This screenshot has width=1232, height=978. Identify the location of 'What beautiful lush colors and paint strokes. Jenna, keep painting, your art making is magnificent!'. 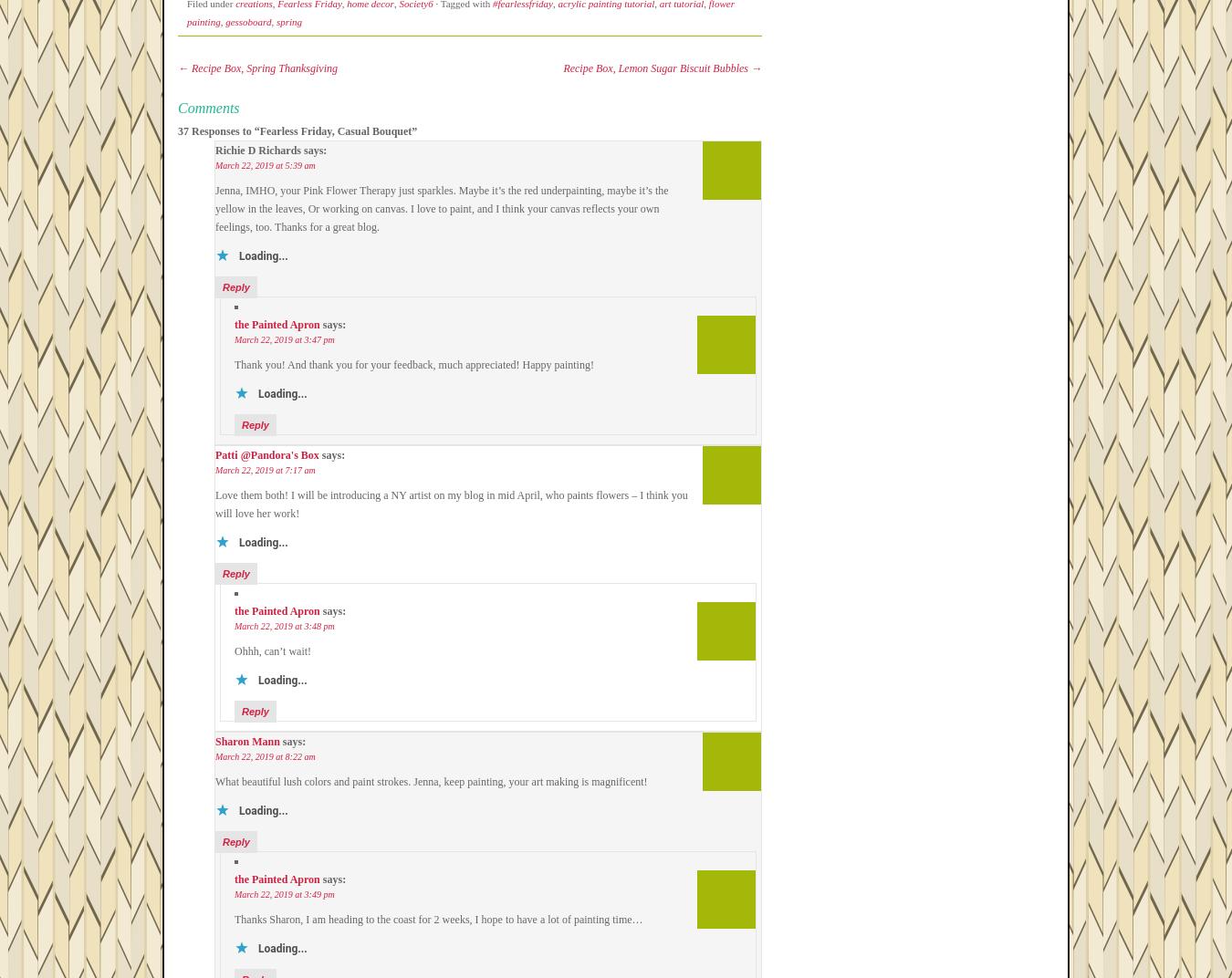
(430, 780).